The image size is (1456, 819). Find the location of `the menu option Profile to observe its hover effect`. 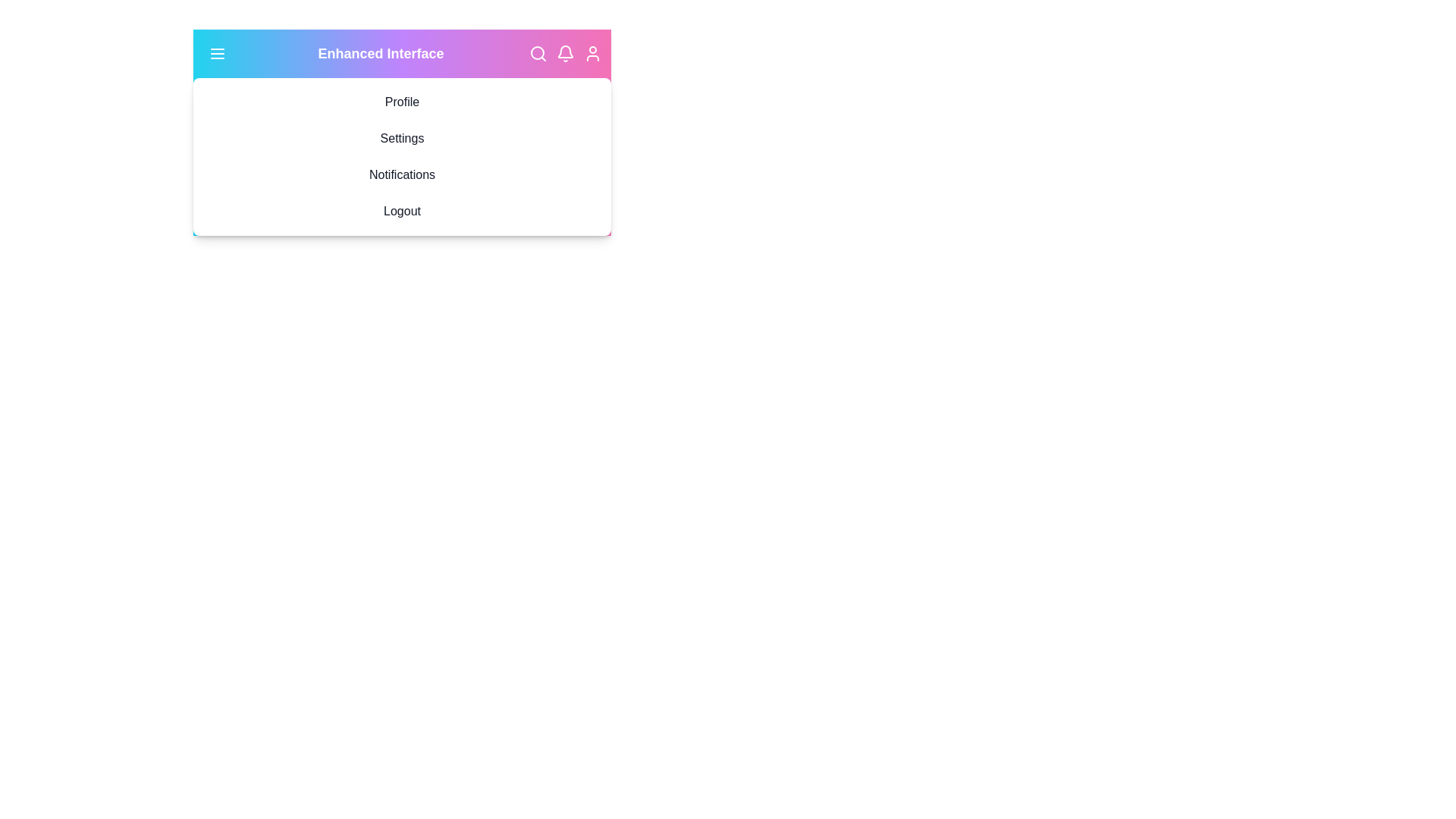

the menu option Profile to observe its hover effect is located at coordinates (402, 102).